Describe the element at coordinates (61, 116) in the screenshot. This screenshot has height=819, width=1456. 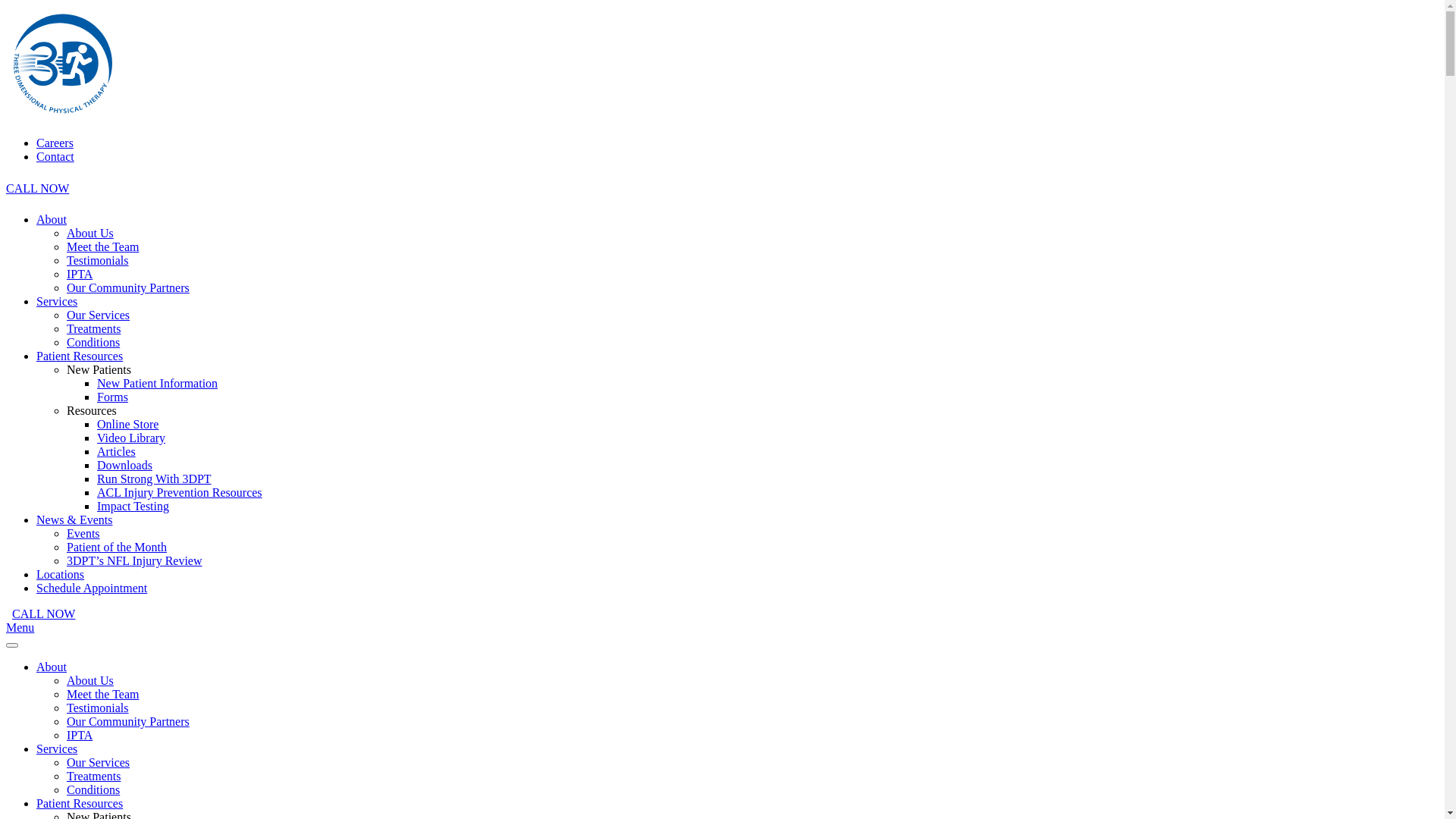
I see `'3 Dimensional Physical Therapy'` at that location.